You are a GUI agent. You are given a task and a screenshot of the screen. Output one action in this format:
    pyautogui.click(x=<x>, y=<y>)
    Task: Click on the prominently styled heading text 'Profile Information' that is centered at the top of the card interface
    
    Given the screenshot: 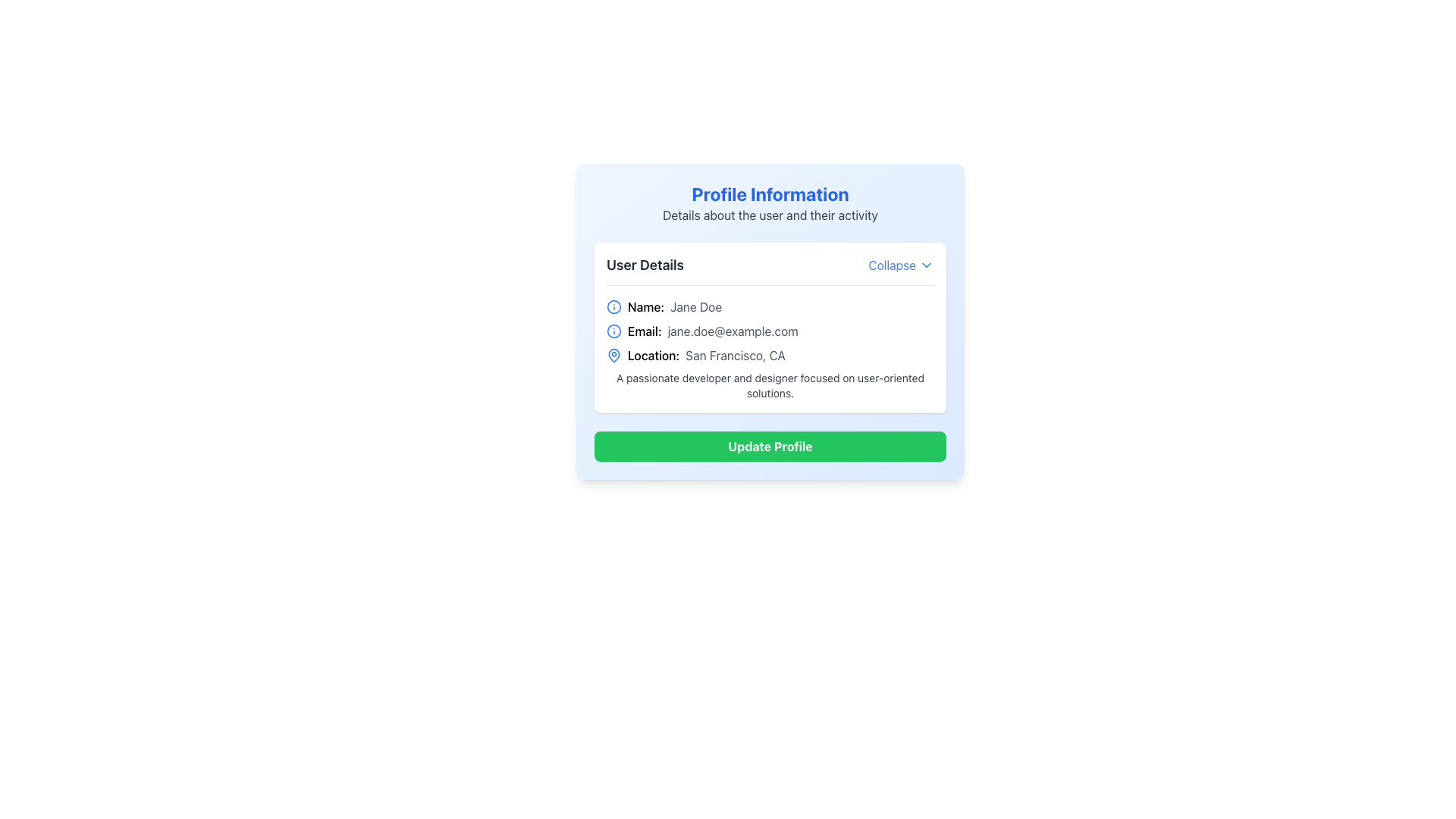 What is the action you would take?
    pyautogui.click(x=770, y=193)
    